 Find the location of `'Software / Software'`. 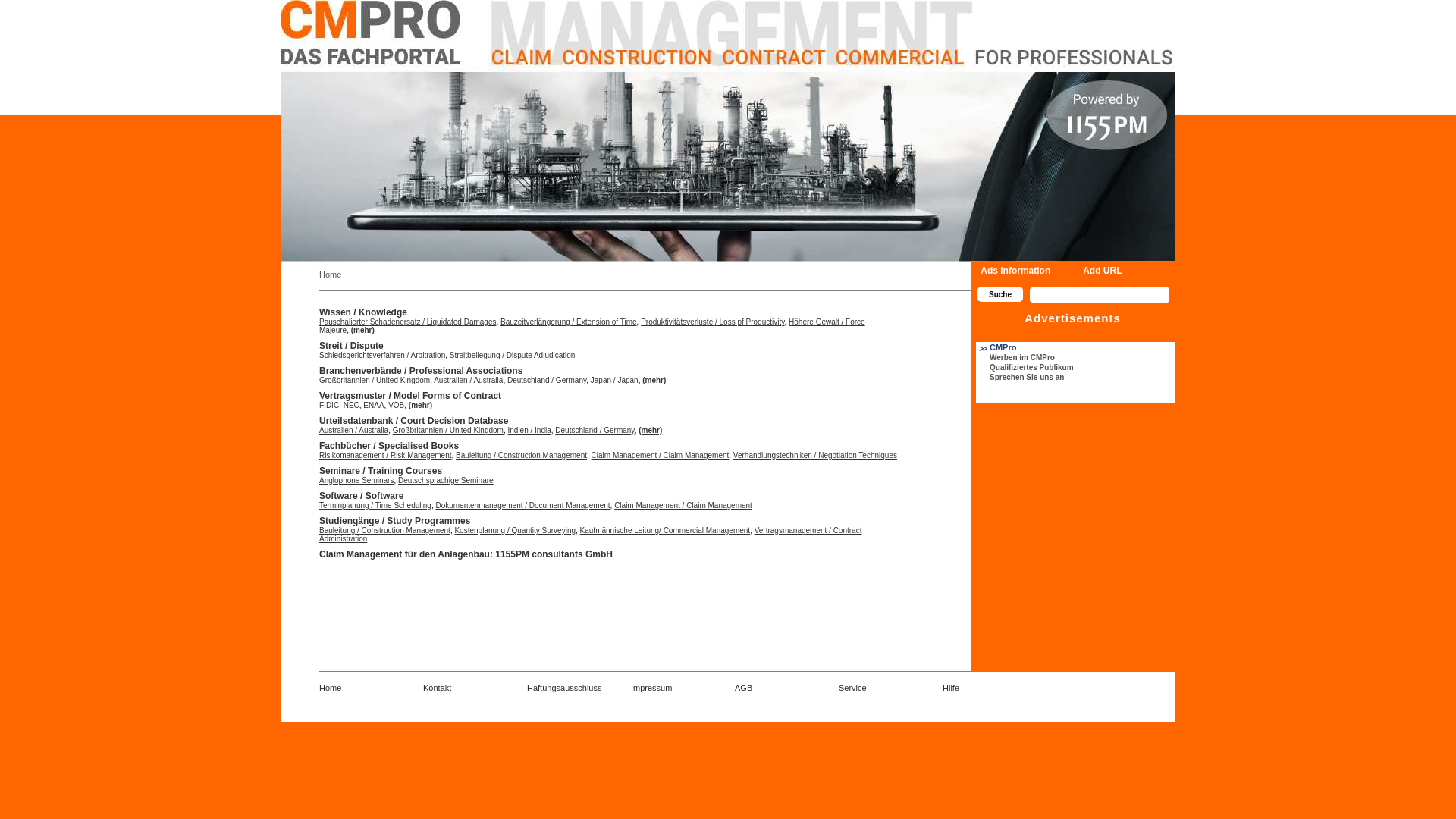

'Software / Software' is located at coordinates (360, 496).